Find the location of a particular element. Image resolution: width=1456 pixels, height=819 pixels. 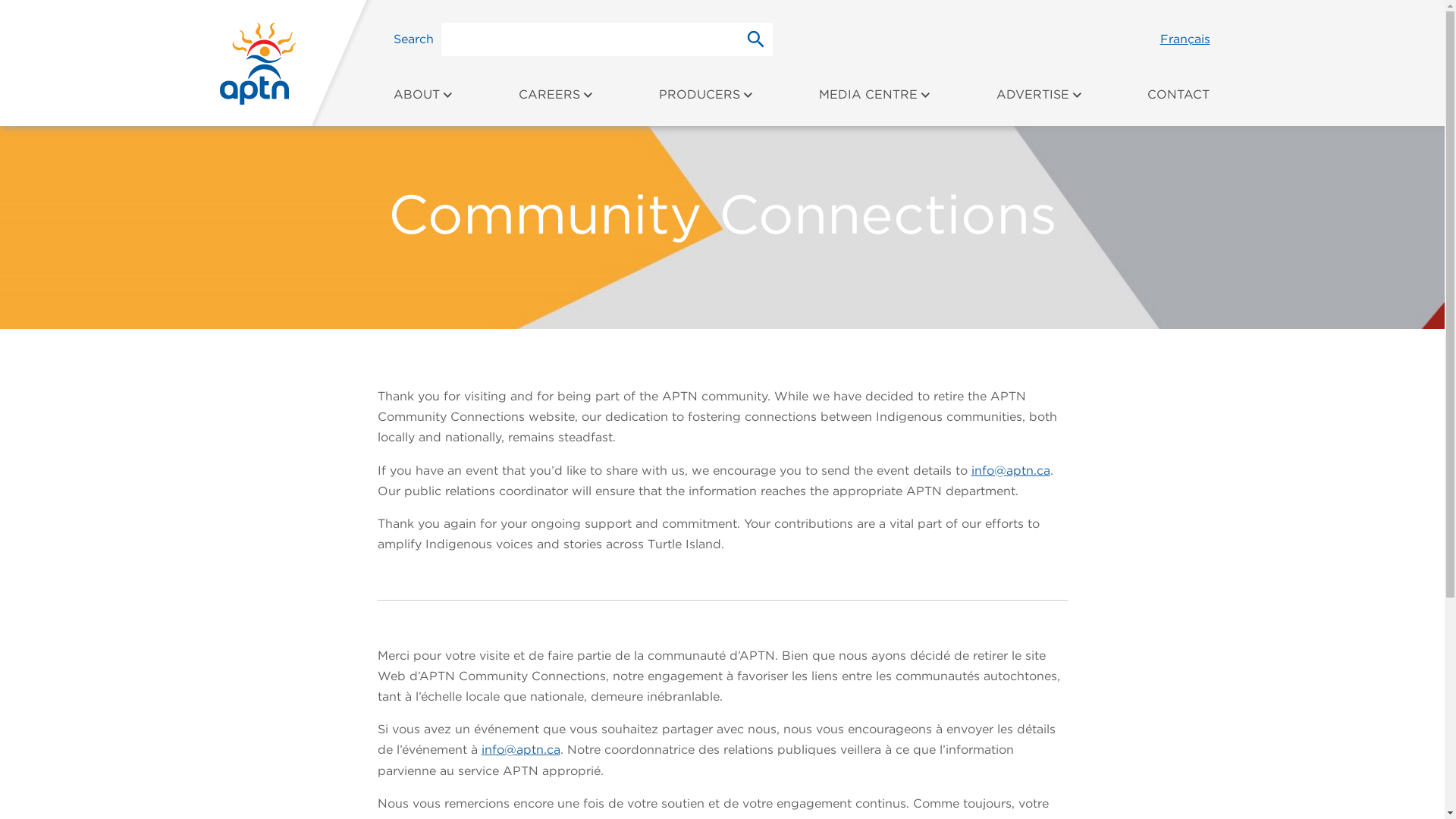

'PRODUCERS' is located at coordinates (705, 102).